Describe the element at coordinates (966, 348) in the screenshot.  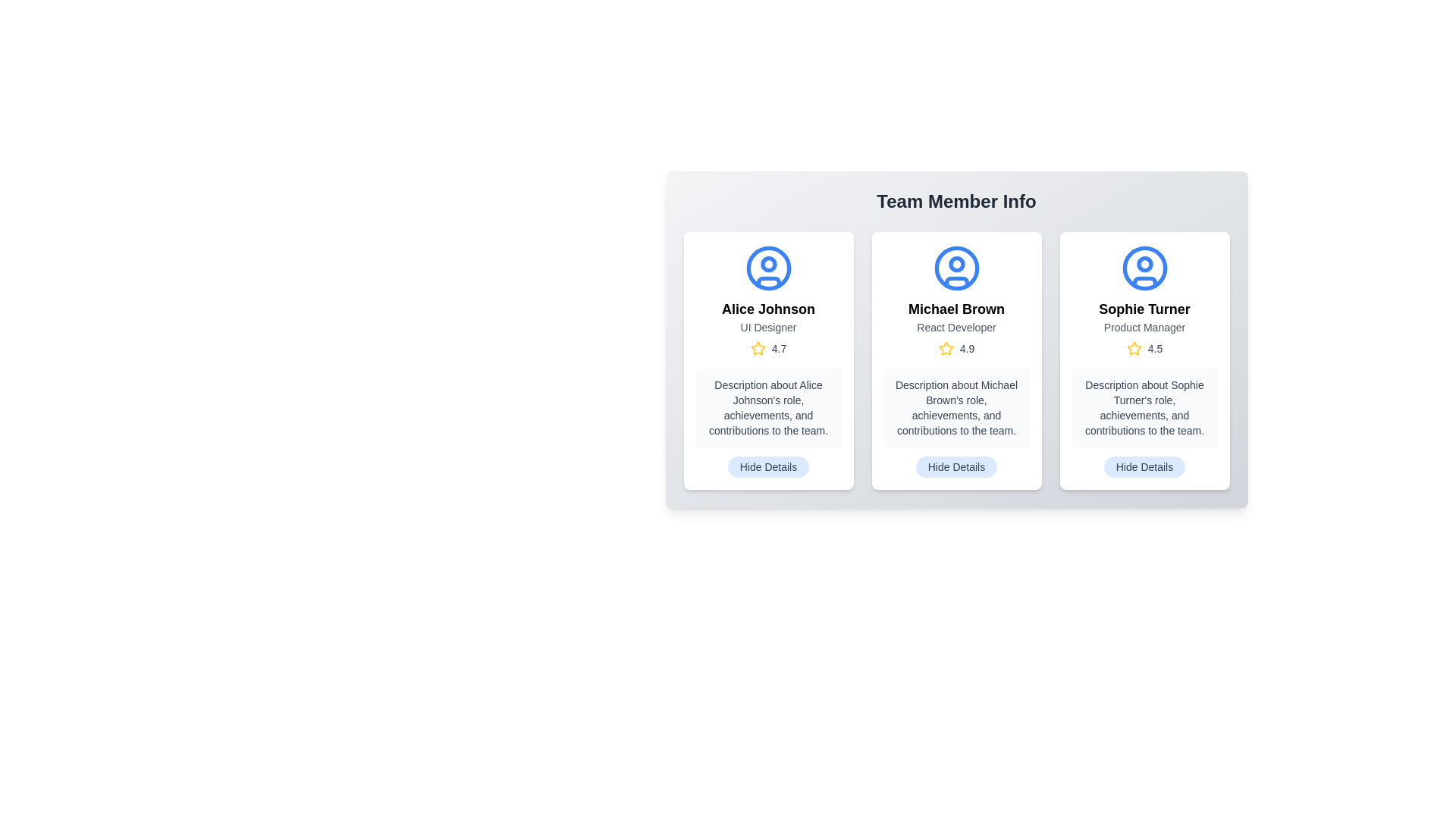
I see `the Text Label displaying the numeric text '4.9' in gray color, which is located to the right of a yellow star icon in the card for Michael Brown` at that location.